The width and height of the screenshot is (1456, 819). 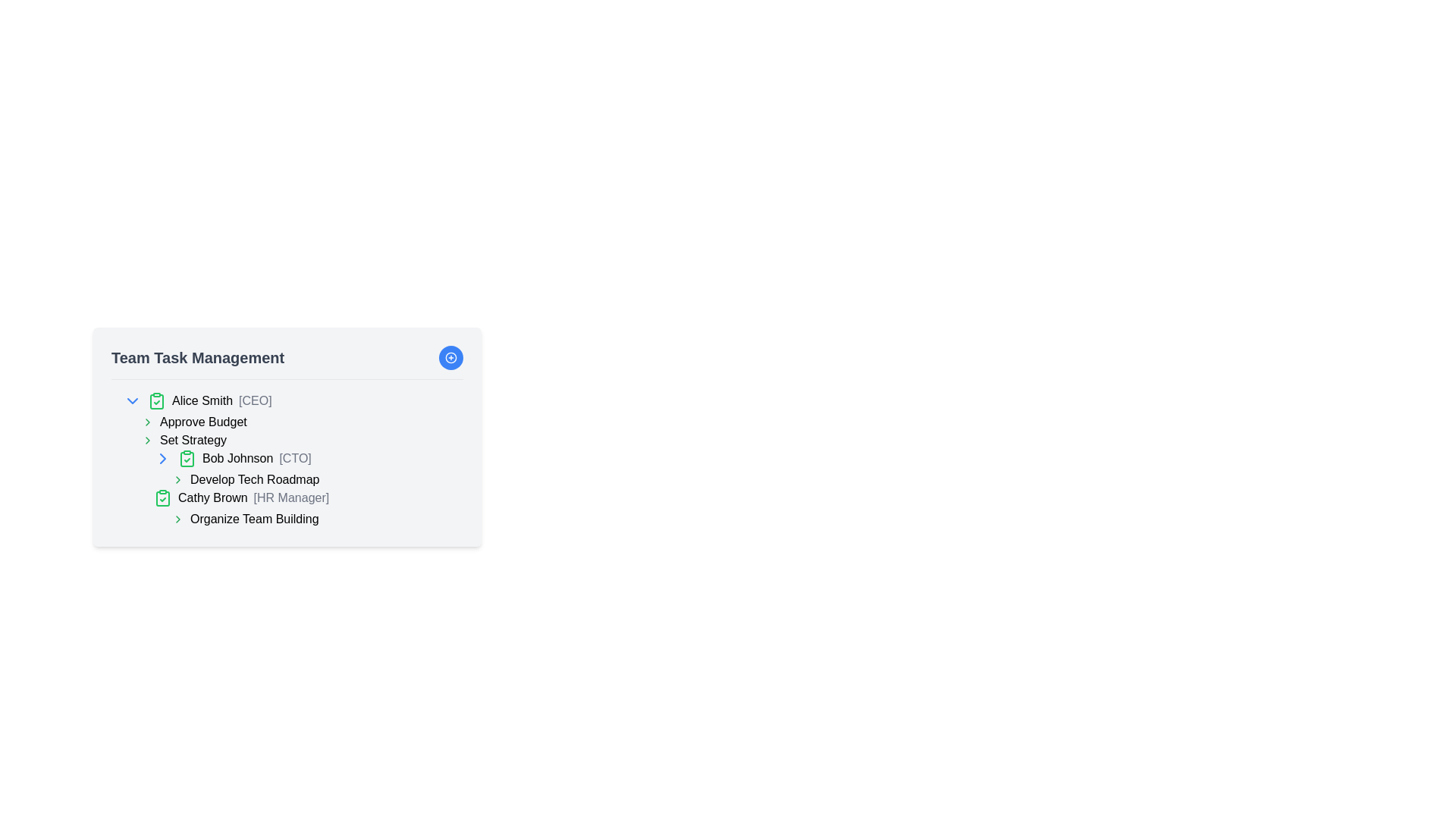 What do you see at coordinates (293, 431) in the screenshot?
I see `the 'Set Strategy' item in the collapsible list under 'Alice Smith [CEO]'` at bounding box center [293, 431].